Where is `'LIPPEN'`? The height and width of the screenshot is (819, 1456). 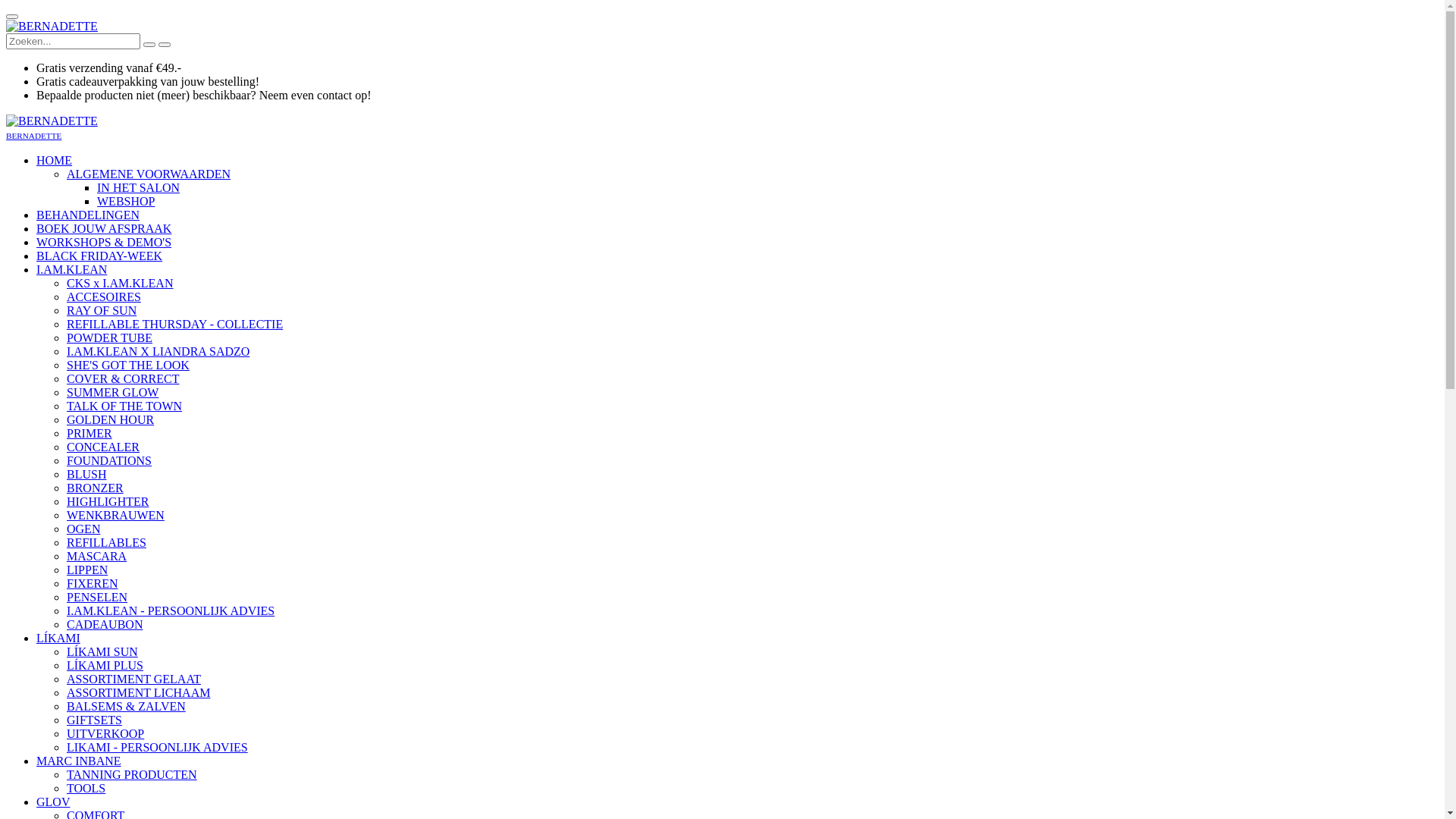
'LIPPEN' is located at coordinates (86, 570).